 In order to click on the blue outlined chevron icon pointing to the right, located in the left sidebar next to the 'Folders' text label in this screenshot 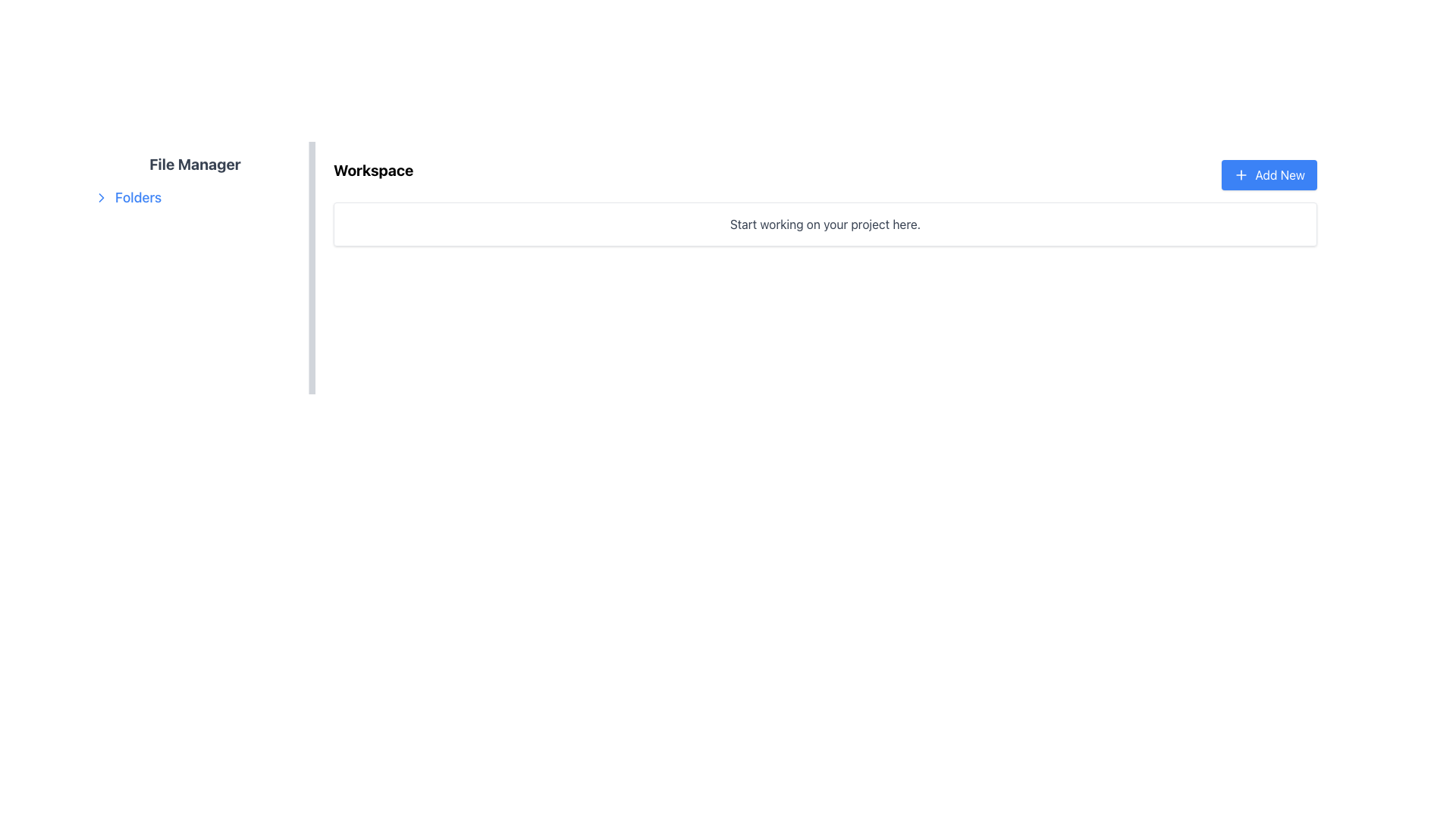, I will do `click(101, 197)`.